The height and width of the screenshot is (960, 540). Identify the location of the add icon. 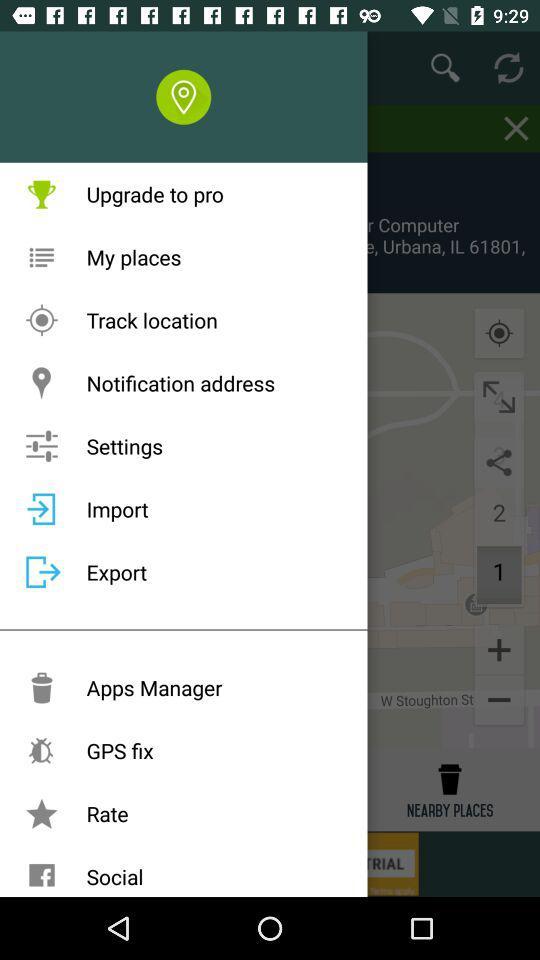
(498, 648).